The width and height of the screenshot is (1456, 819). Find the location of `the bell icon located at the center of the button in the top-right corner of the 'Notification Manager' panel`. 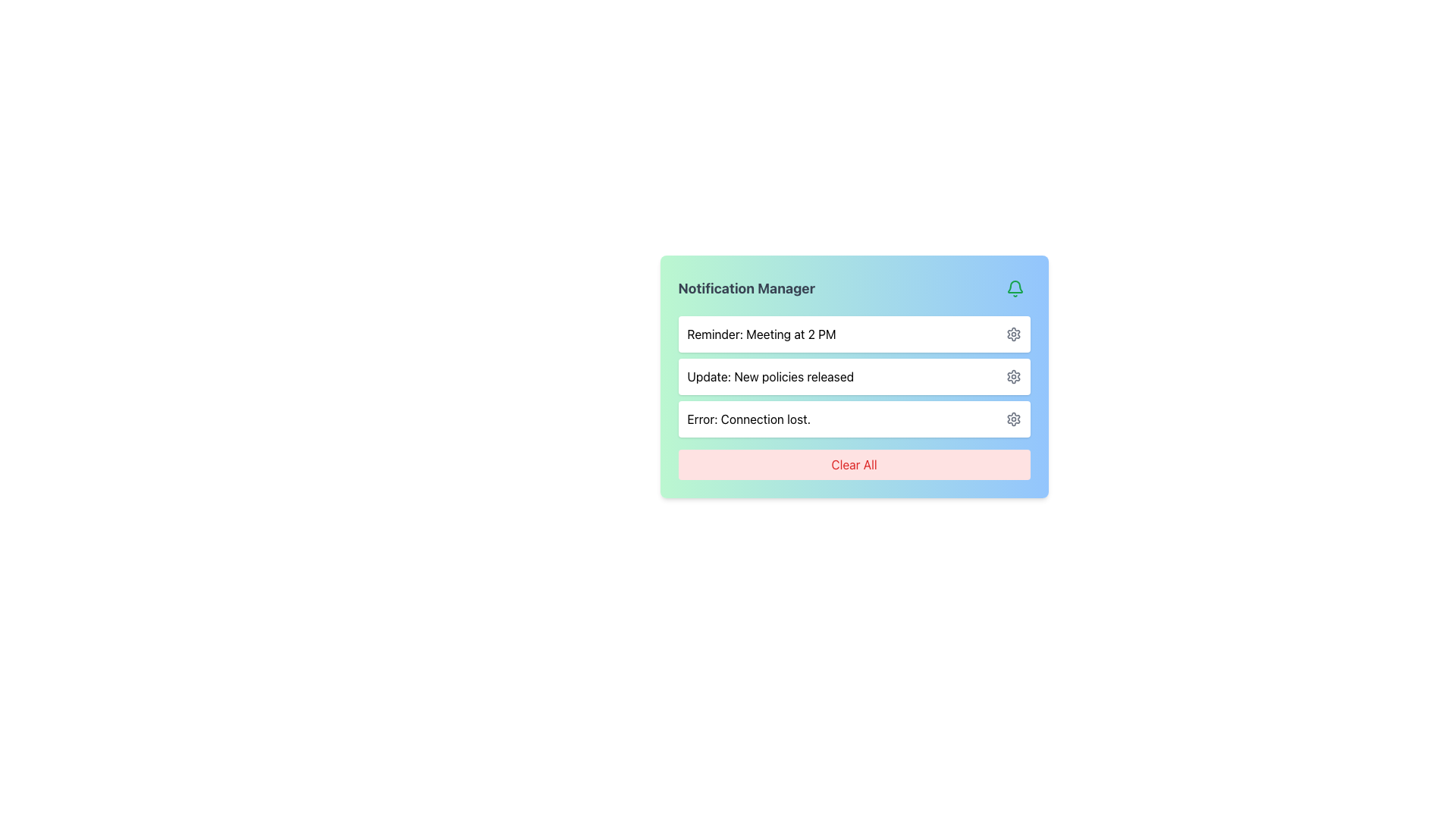

the bell icon located at the center of the button in the top-right corner of the 'Notification Manager' panel is located at coordinates (1015, 289).